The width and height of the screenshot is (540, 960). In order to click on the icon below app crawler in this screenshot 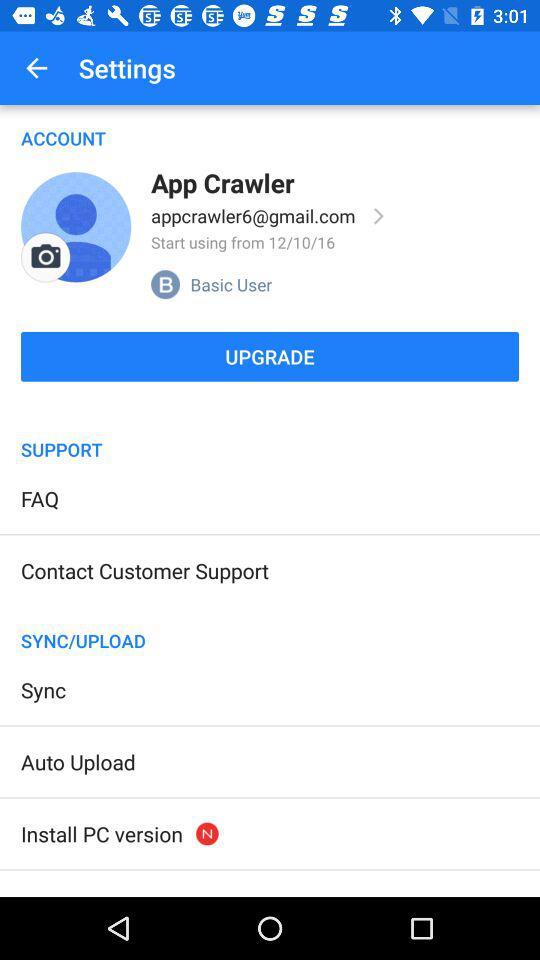, I will do `click(253, 216)`.